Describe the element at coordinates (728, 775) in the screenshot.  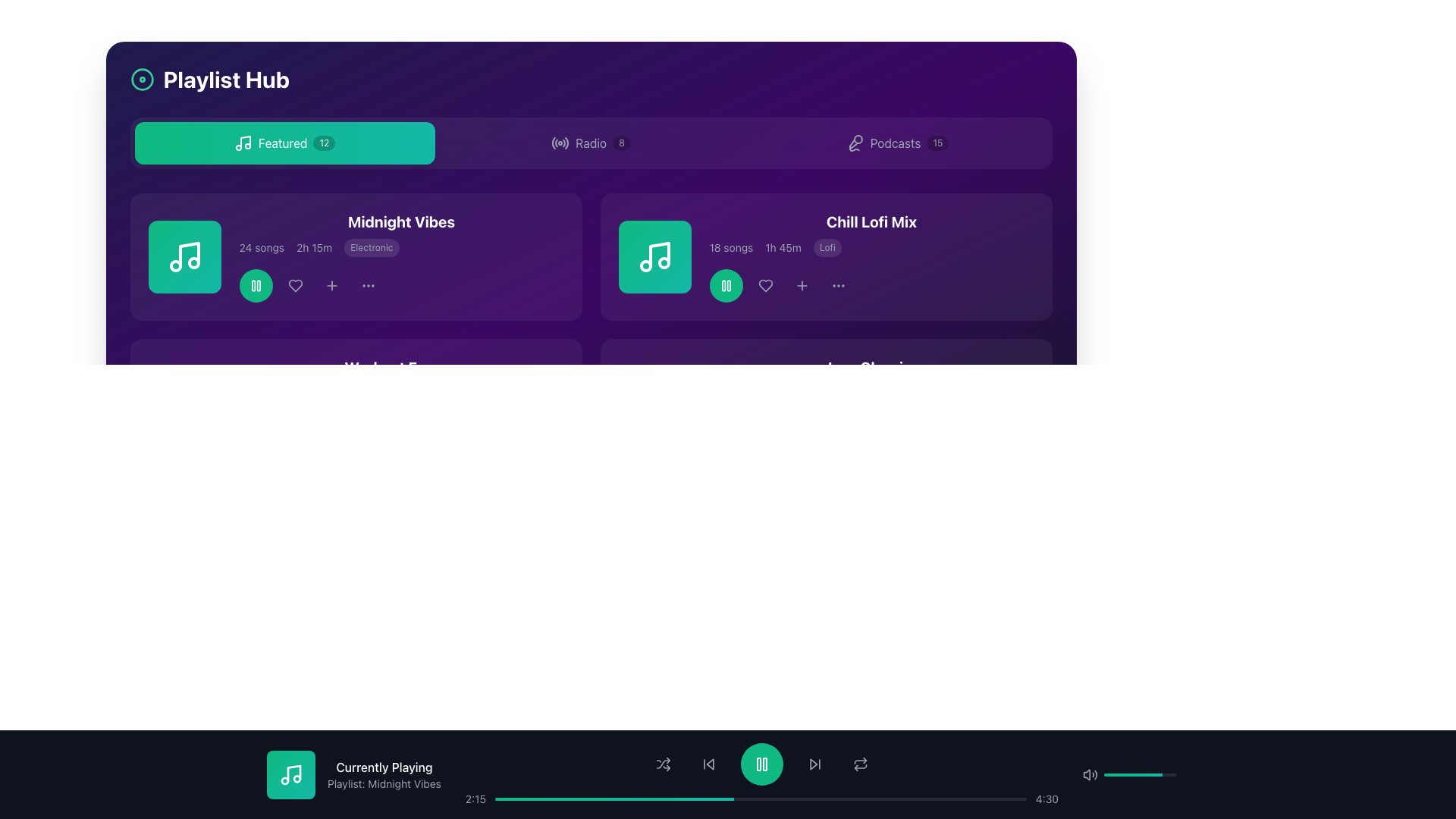
I see `the Media Control Bar located at the bottom of the interface` at that location.